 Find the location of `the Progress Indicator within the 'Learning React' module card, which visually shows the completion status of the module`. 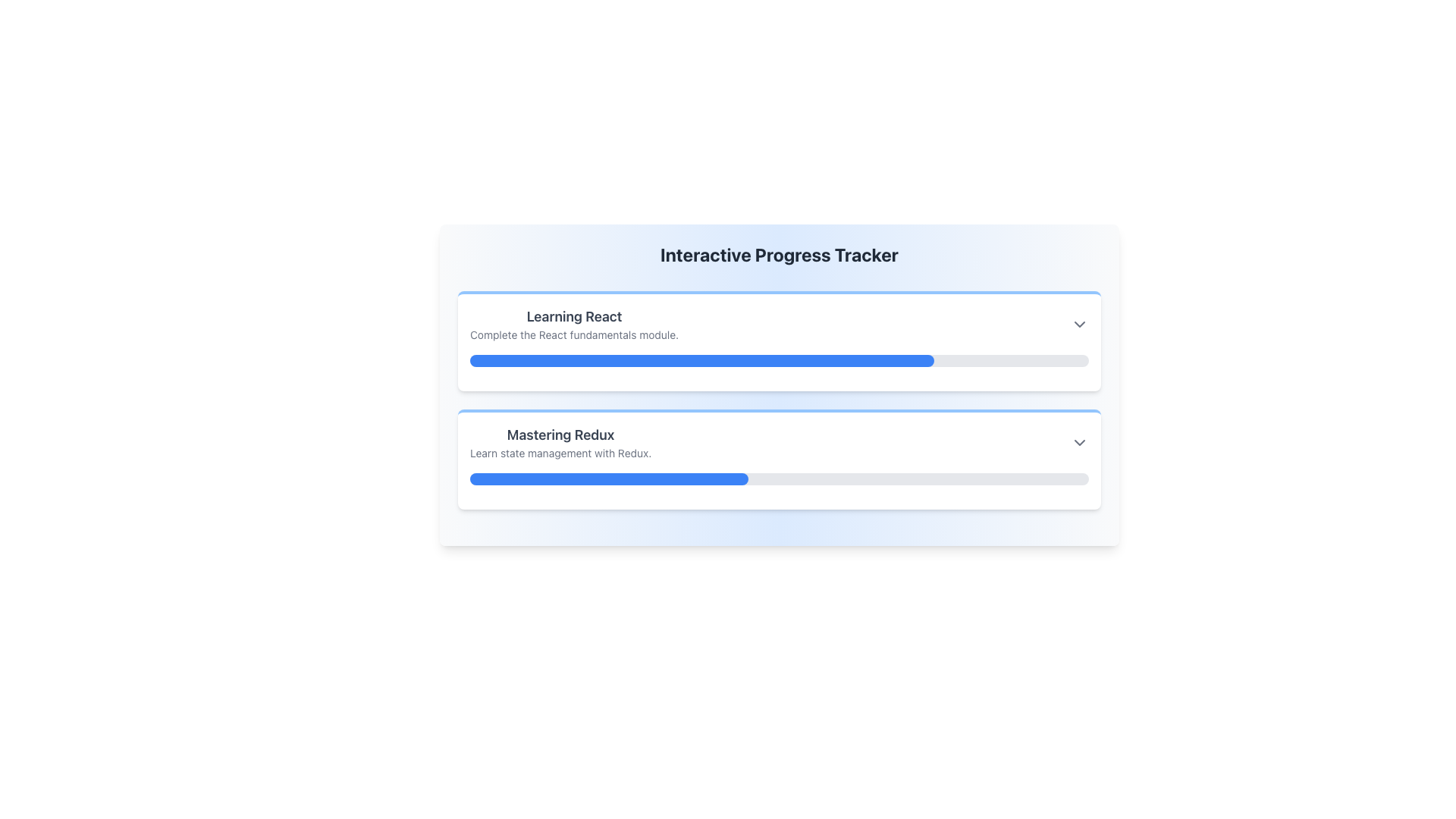

the Progress Indicator within the 'Learning React' module card, which visually shows the completion status of the module is located at coordinates (701, 360).